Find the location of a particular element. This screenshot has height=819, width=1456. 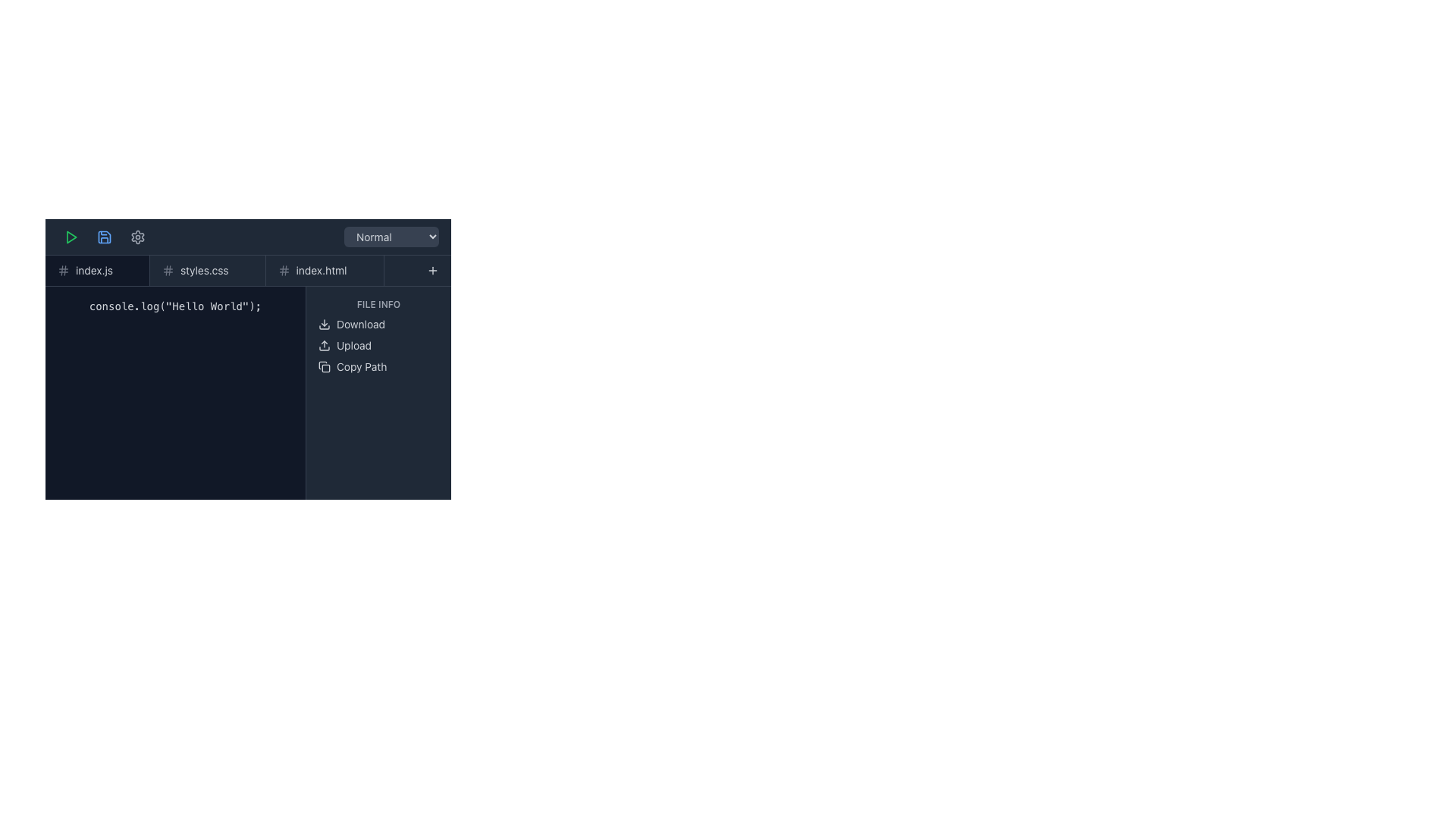

the upload icon located in the vertical list on the right side of the user interface, positioned before the 'Upload' text is located at coordinates (323, 345).